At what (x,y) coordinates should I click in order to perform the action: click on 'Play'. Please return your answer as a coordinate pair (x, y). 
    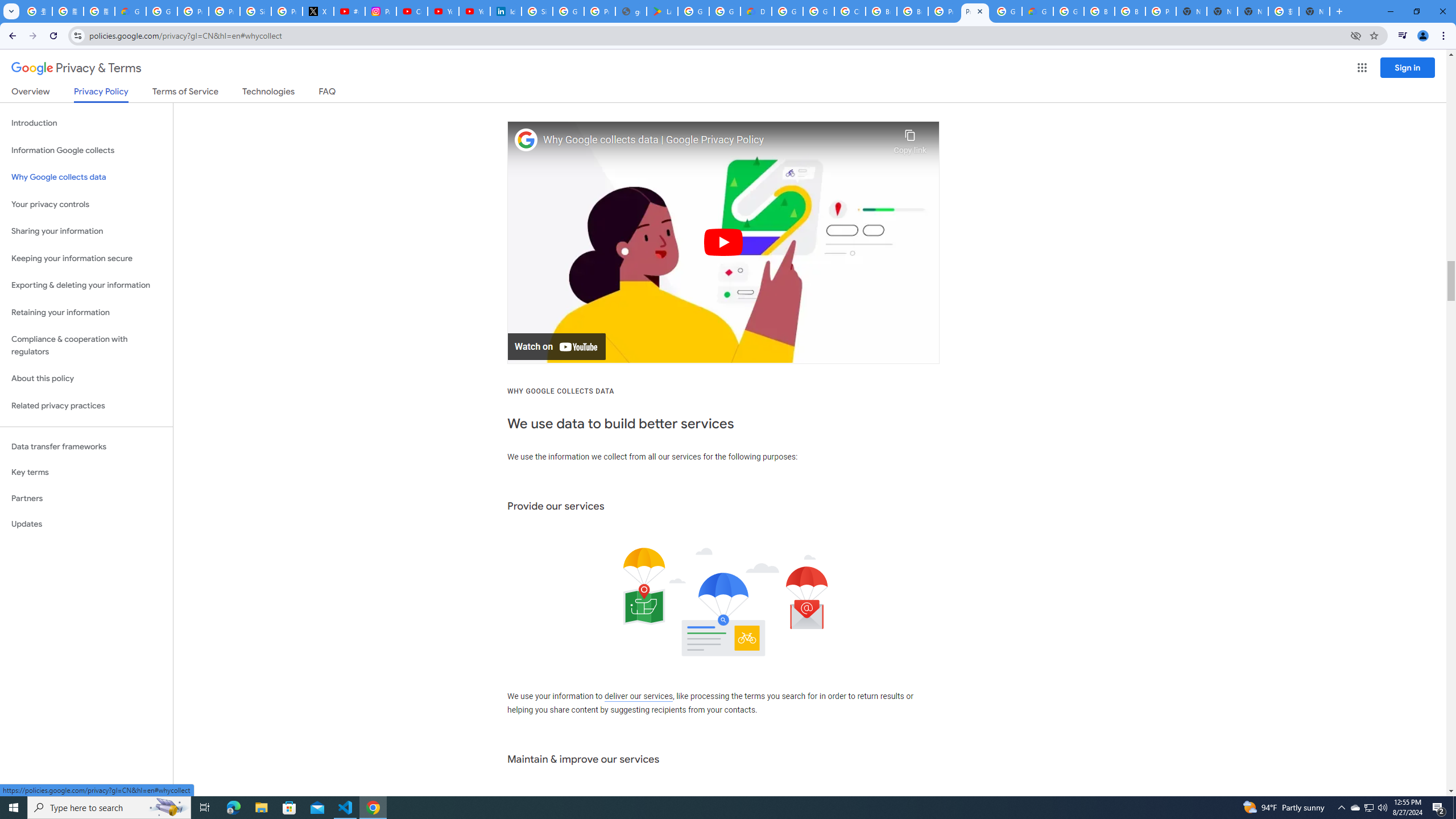
    Looking at the image, I should click on (723, 242).